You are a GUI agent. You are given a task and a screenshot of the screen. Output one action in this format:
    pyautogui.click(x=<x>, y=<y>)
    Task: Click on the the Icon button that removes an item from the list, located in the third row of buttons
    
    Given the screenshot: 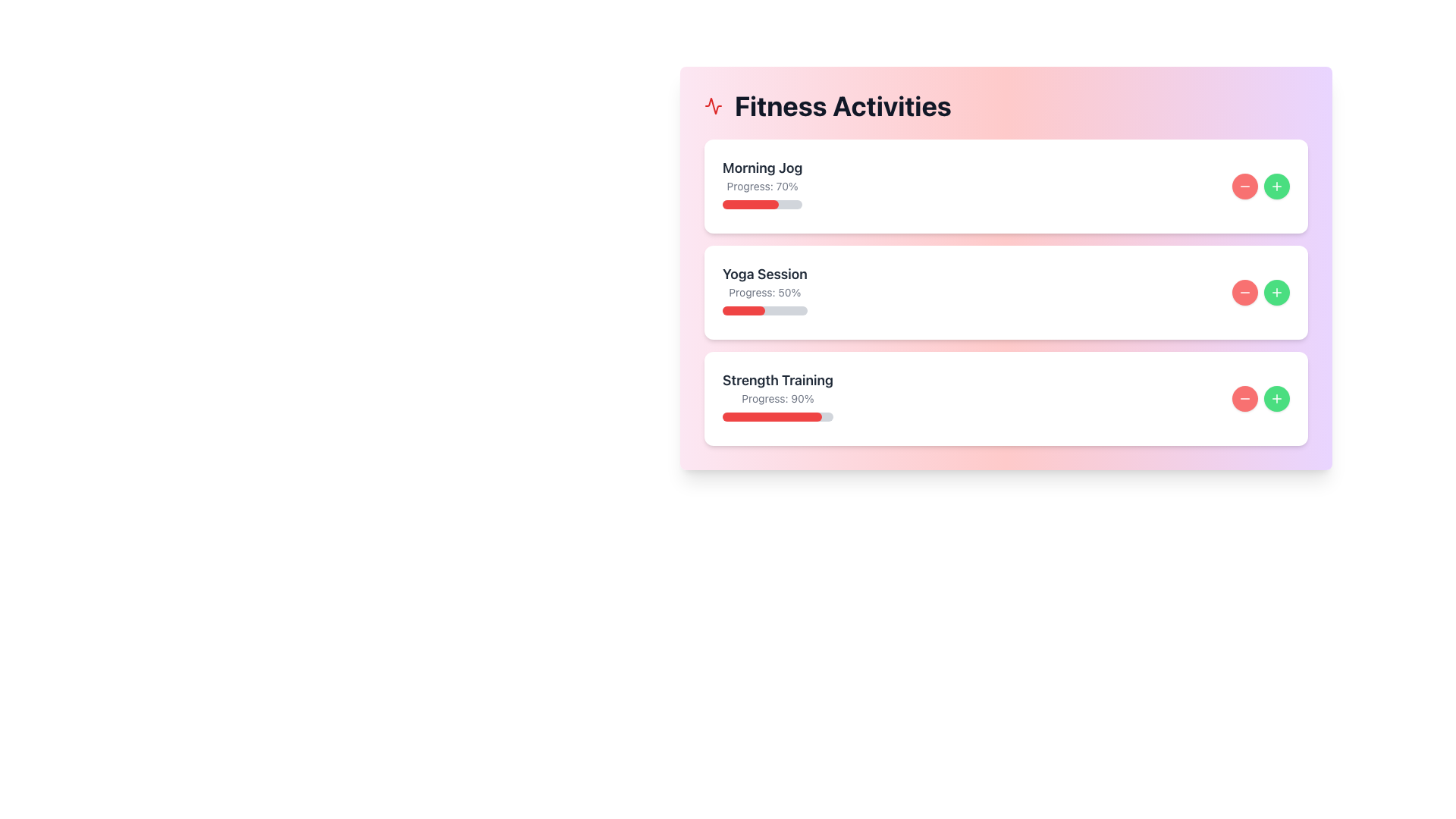 What is the action you would take?
    pyautogui.click(x=1244, y=292)
    